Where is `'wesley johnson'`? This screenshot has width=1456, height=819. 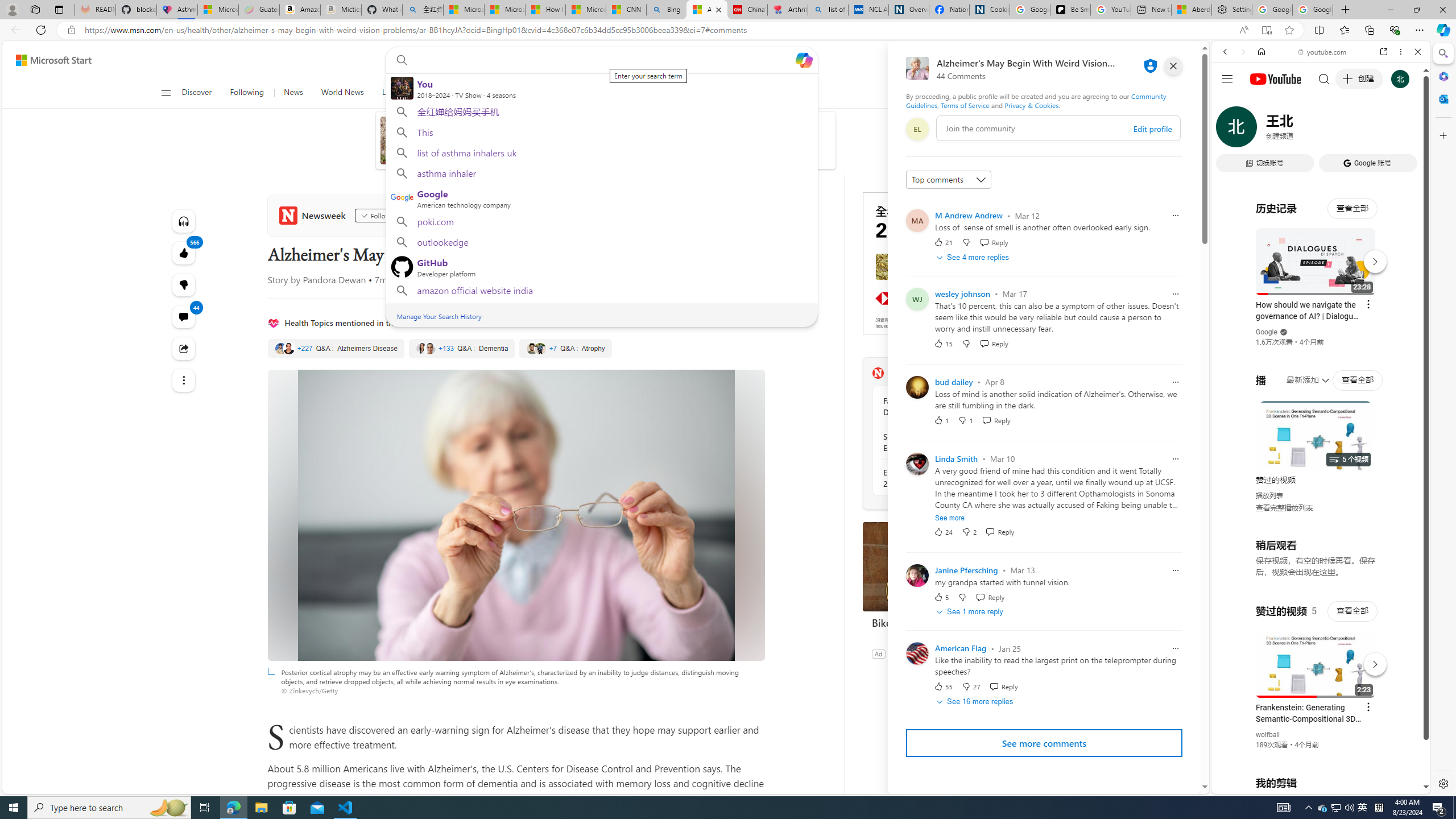
'wesley johnson' is located at coordinates (962, 293).